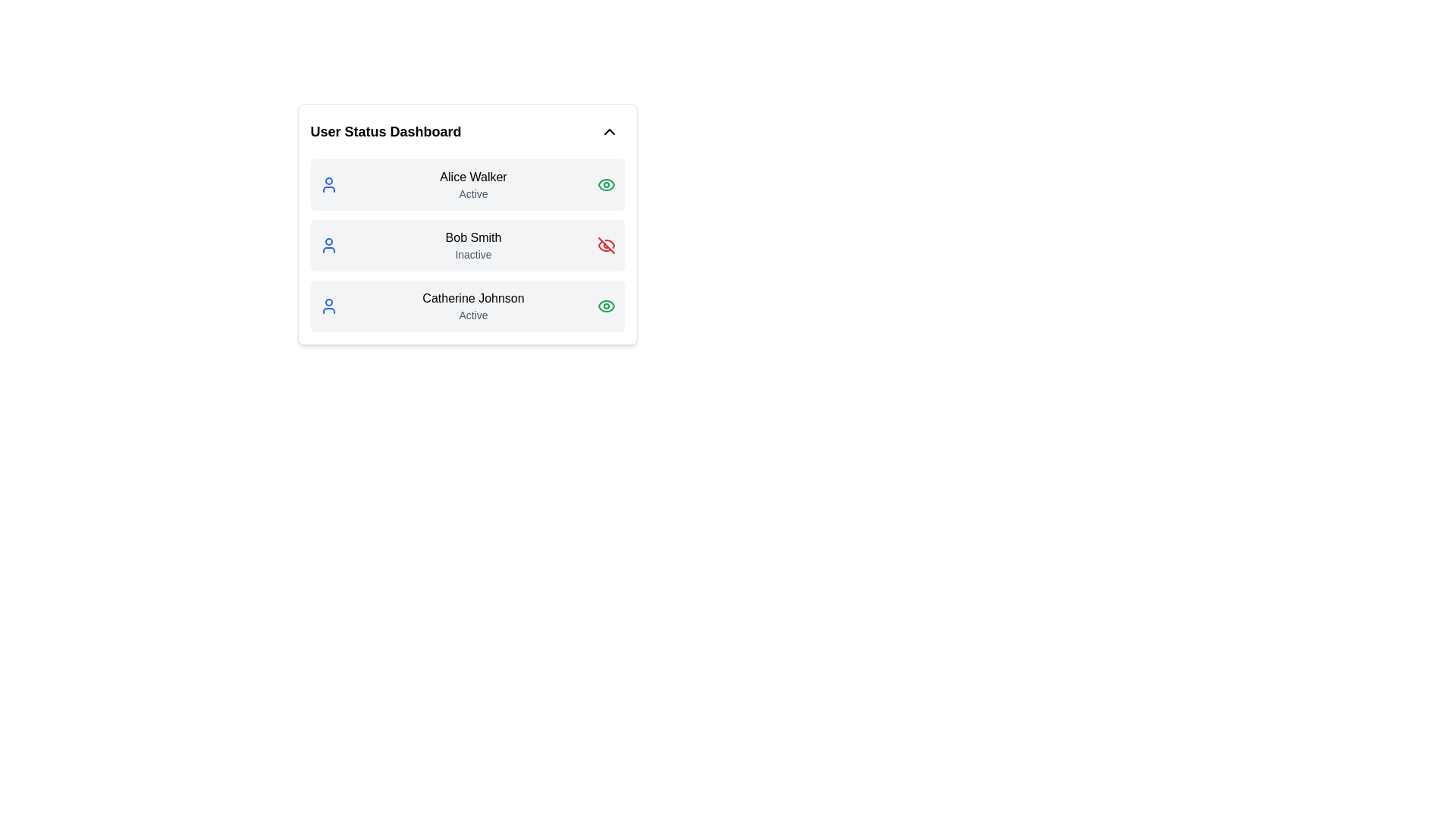 This screenshot has width=1456, height=819. Describe the element at coordinates (328, 184) in the screenshot. I see `the blue user silhouette icon located before the text 'Alice Walker' in the user status dashboard` at that location.